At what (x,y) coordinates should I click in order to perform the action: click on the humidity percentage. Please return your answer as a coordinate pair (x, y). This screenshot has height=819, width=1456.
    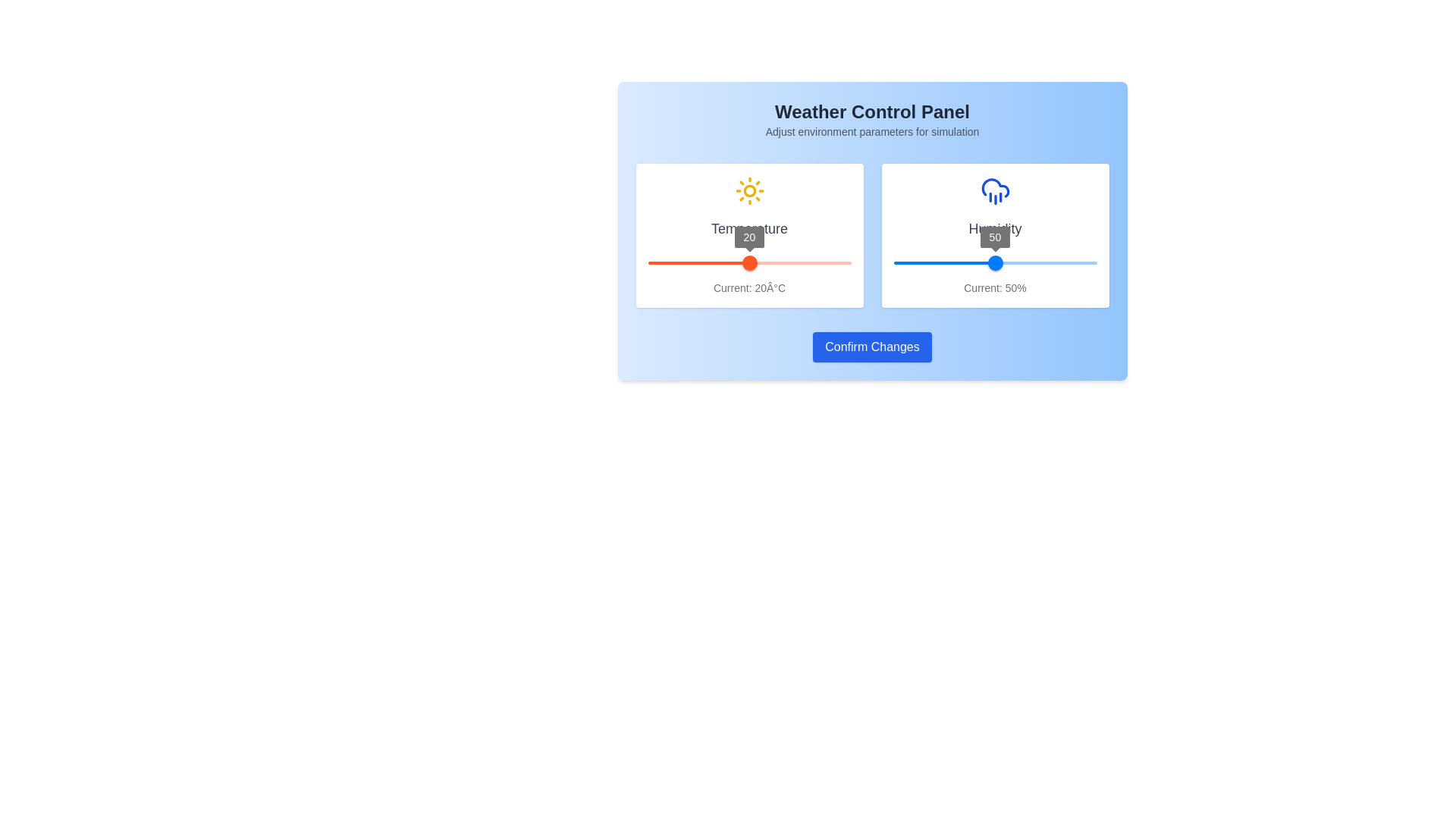
    Looking at the image, I should click on (964, 262).